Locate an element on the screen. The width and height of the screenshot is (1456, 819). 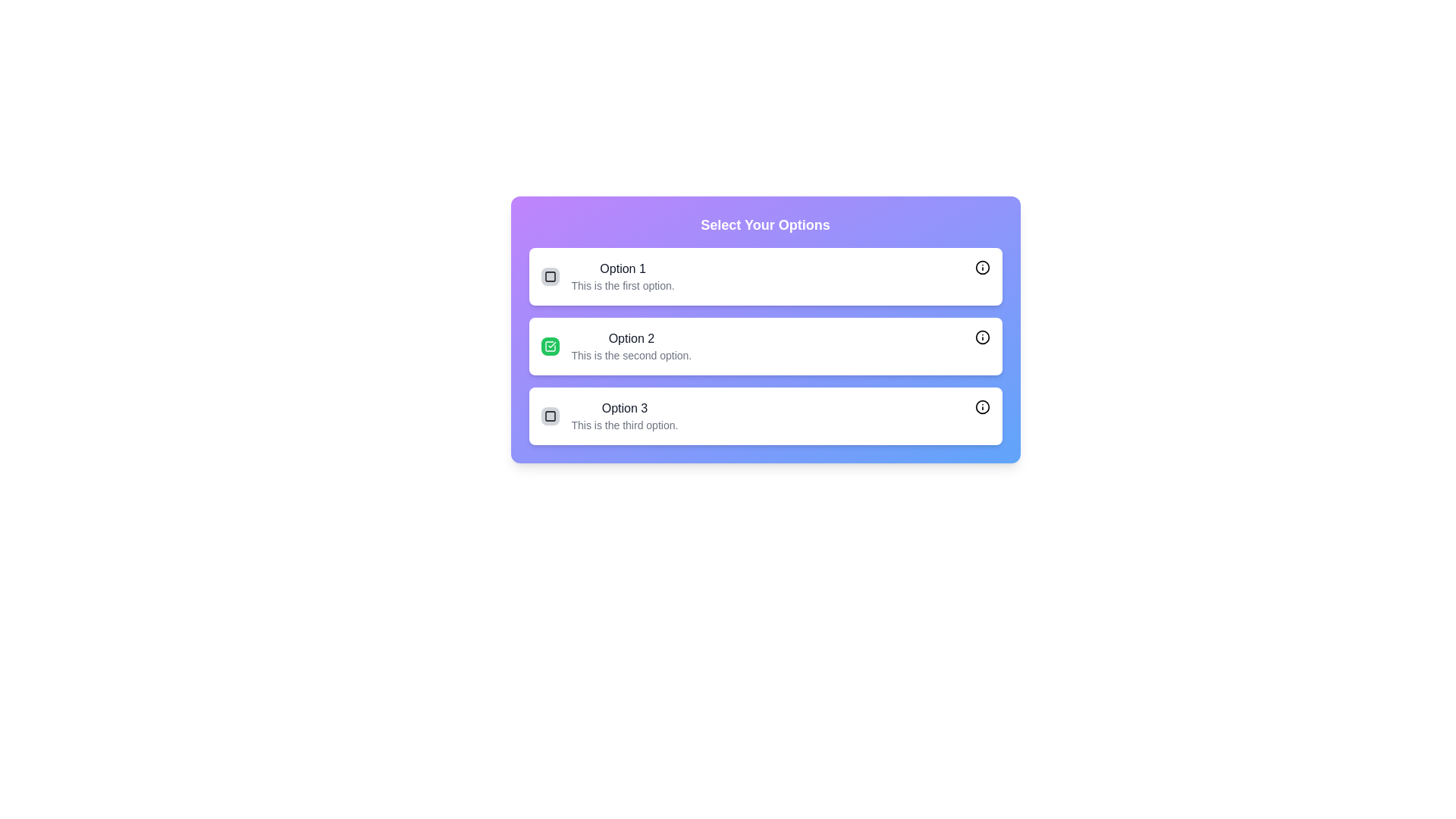
the checkbox for 'Option 1', which is a square element with rounded corners and a gray background is located at coordinates (549, 277).